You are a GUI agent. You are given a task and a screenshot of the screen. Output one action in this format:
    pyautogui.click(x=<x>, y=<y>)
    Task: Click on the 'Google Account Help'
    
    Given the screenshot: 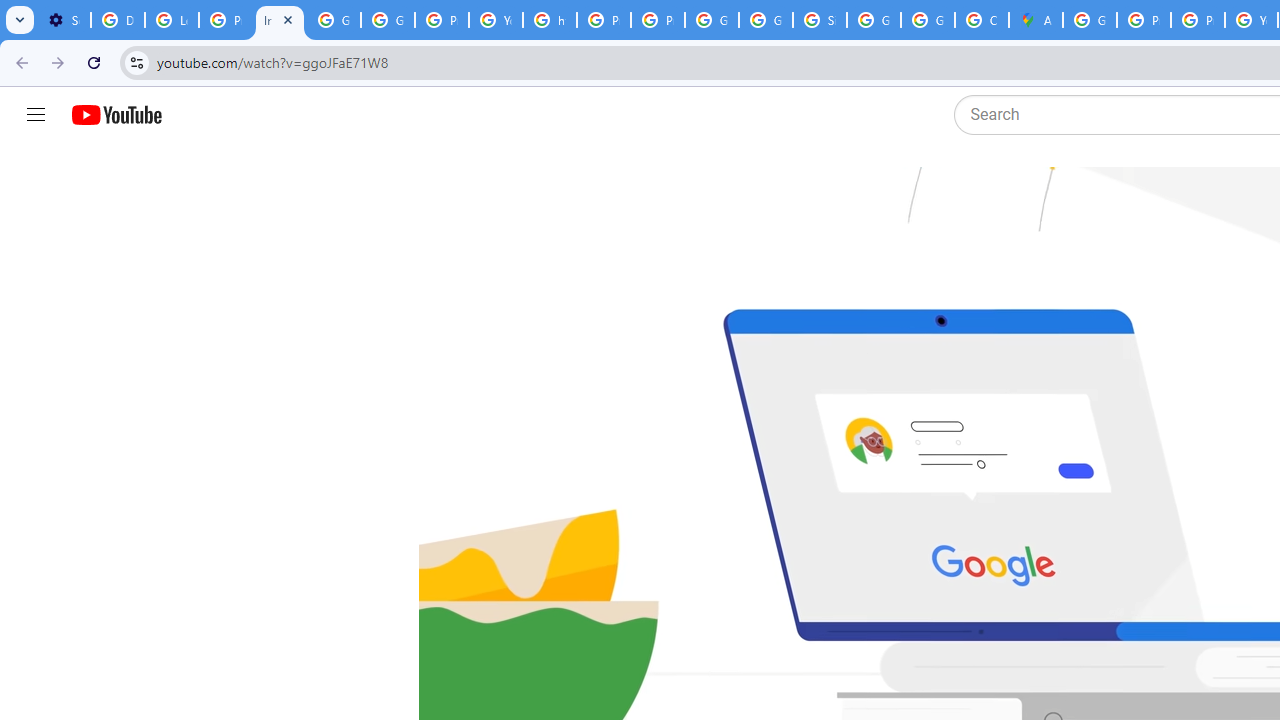 What is the action you would take?
    pyautogui.click(x=334, y=20)
    